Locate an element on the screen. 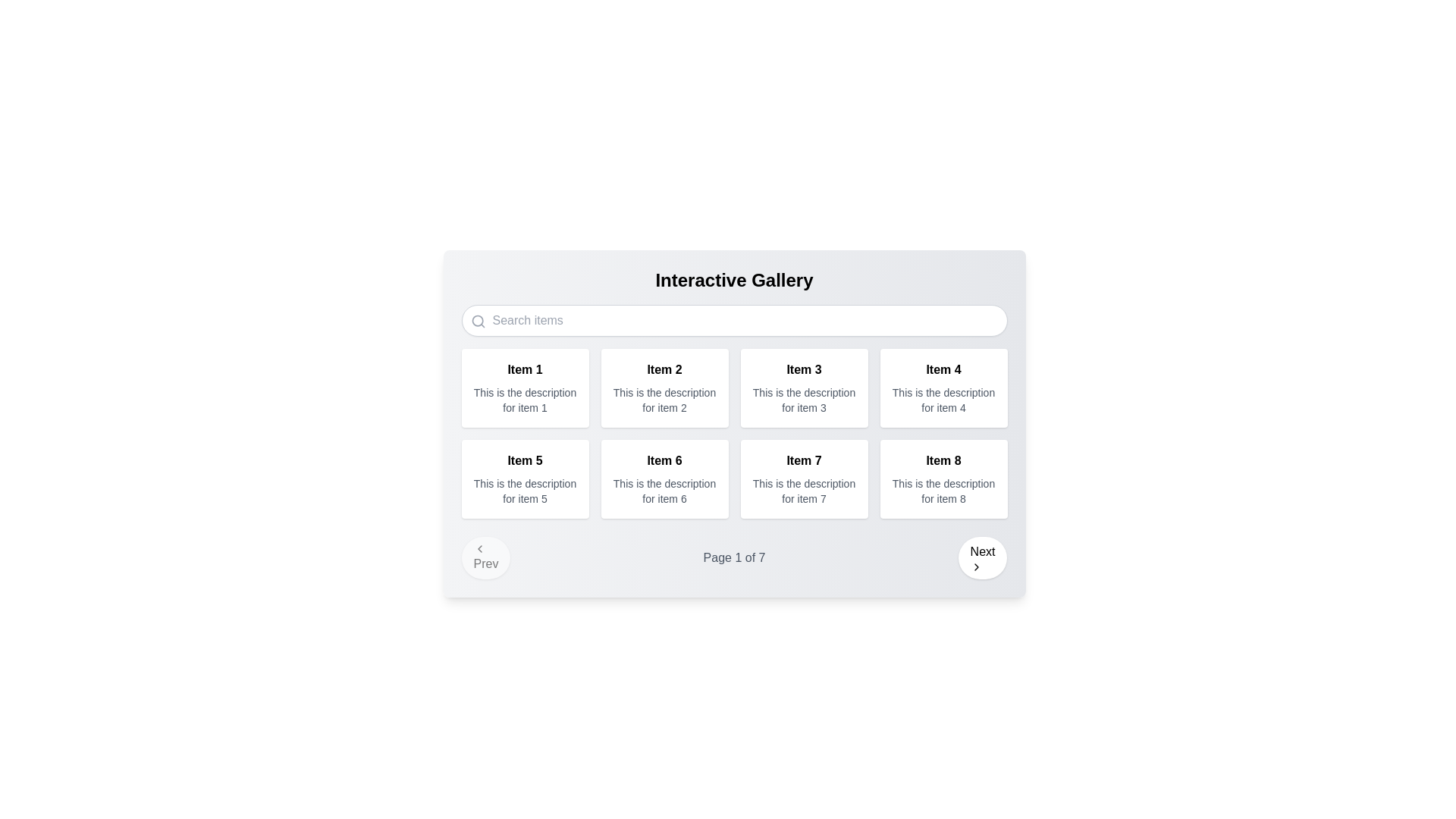 The height and width of the screenshot is (819, 1456). the text label displaying the title of the corresponding card located on the rightmost part of the fourth row in the interactive gallery is located at coordinates (943, 460).